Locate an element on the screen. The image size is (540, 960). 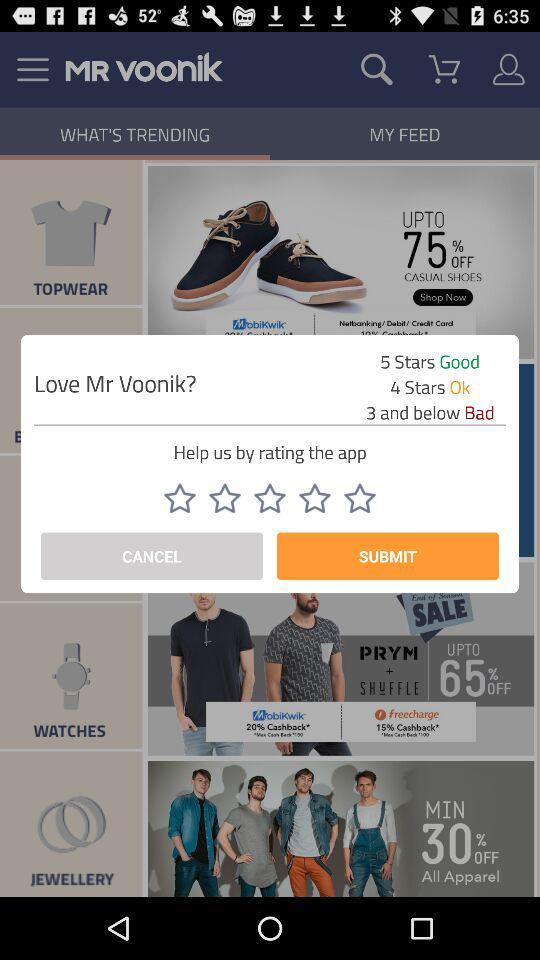
the submit is located at coordinates (387, 556).